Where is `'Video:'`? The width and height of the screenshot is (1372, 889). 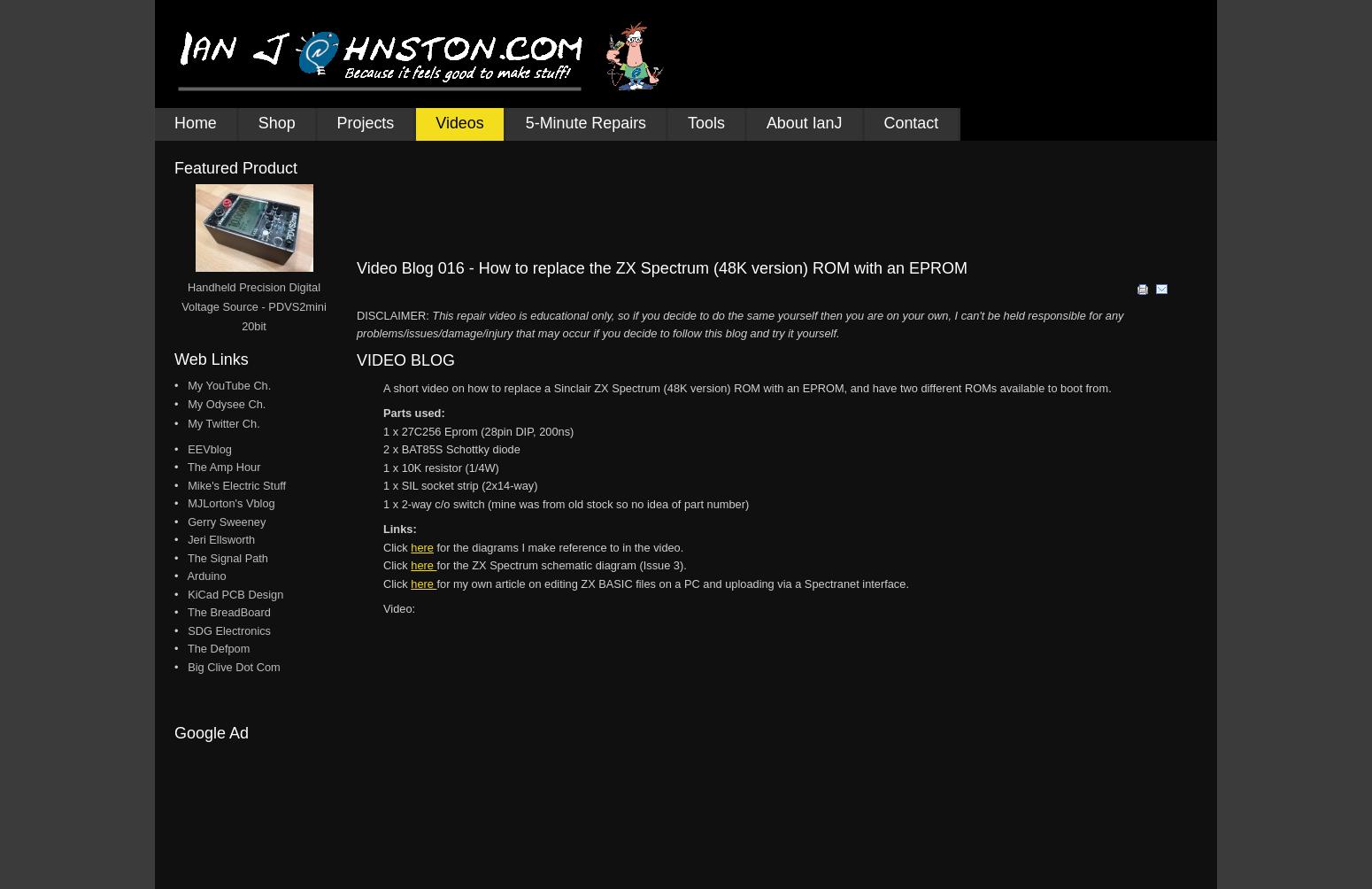 'Video:' is located at coordinates (399, 607).